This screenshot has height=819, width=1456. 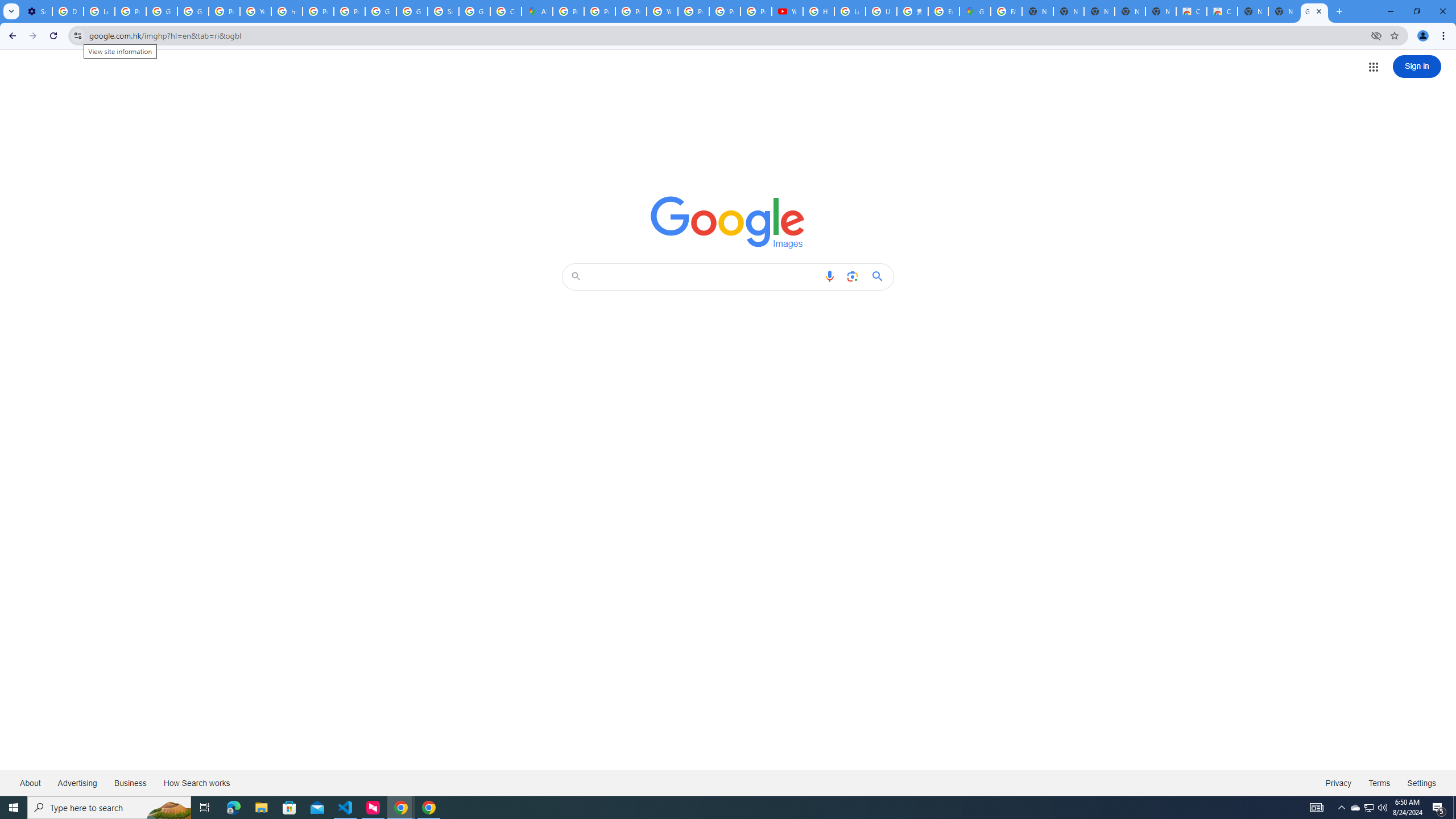 What do you see at coordinates (505, 11) in the screenshot?
I see `'Create your Google Account'` at bounding box center [505, 11].